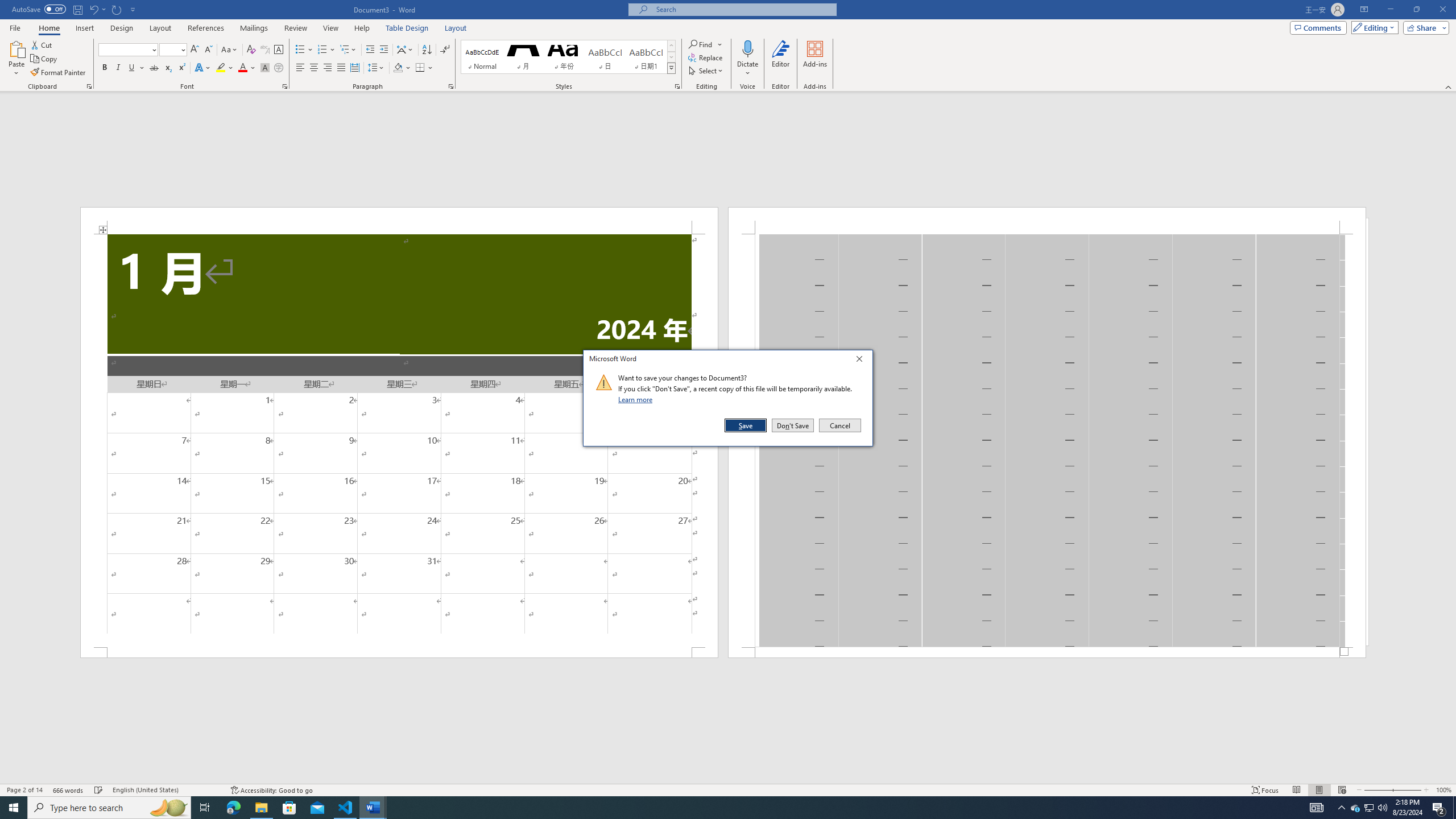 The width and height of the screenshot is (1456, 819). What do you see at coordinates (122, 28) in the screenshot?
I see `'Design'` at bounding box center [122, 28].